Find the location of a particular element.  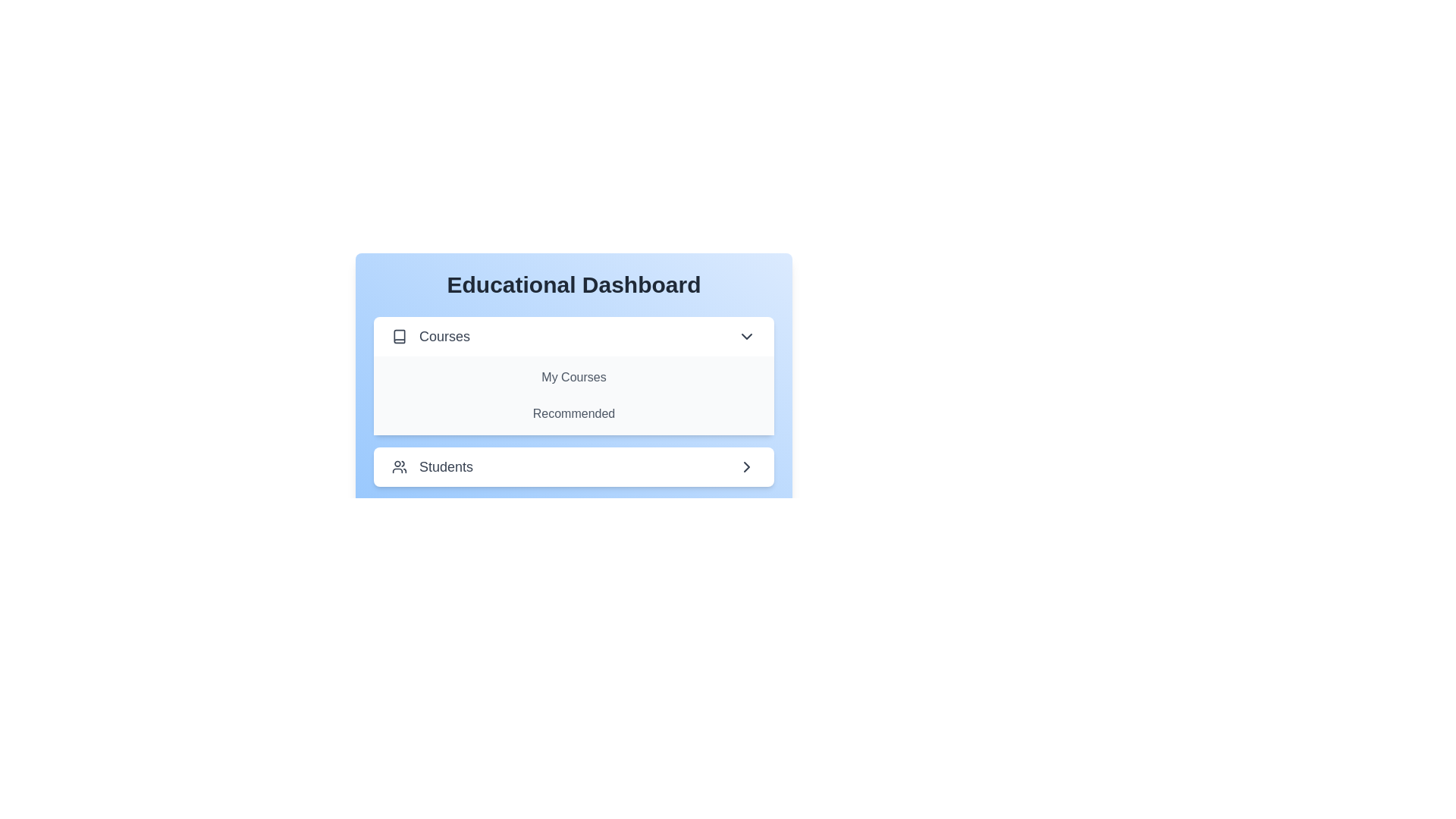

the text of the section or item Recommended is located at coordinates (573, 414).